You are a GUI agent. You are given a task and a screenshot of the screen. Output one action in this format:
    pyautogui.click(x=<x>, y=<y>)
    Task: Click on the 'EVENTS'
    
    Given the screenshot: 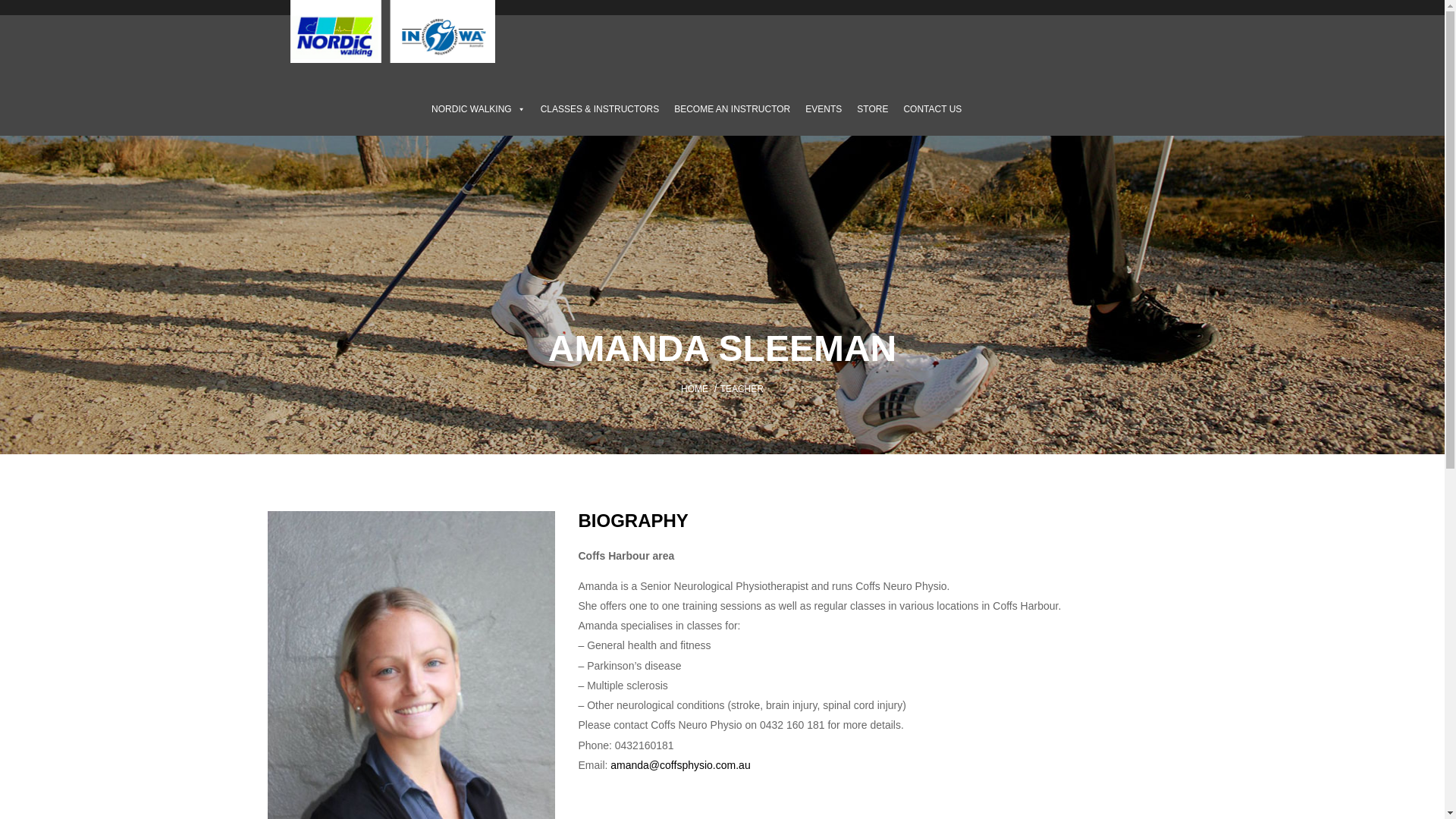 What is the action you would take?
    pyautogui.click(x=822, y=108)
    